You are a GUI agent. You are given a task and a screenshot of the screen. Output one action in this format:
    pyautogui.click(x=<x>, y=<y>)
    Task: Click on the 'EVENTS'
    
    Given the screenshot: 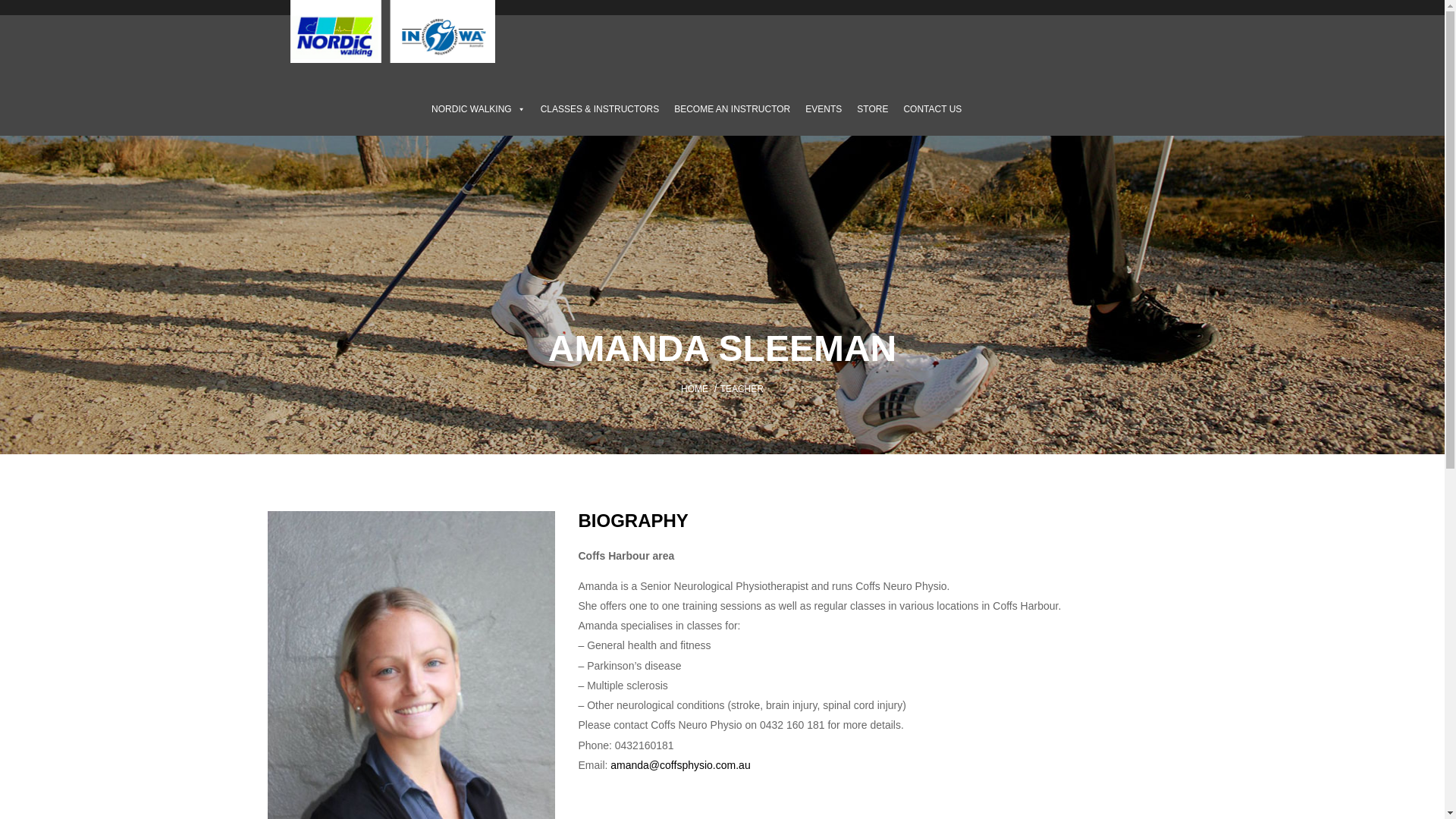 What is the action you would take?
    pyautogui.click(x=822, y=108)
    